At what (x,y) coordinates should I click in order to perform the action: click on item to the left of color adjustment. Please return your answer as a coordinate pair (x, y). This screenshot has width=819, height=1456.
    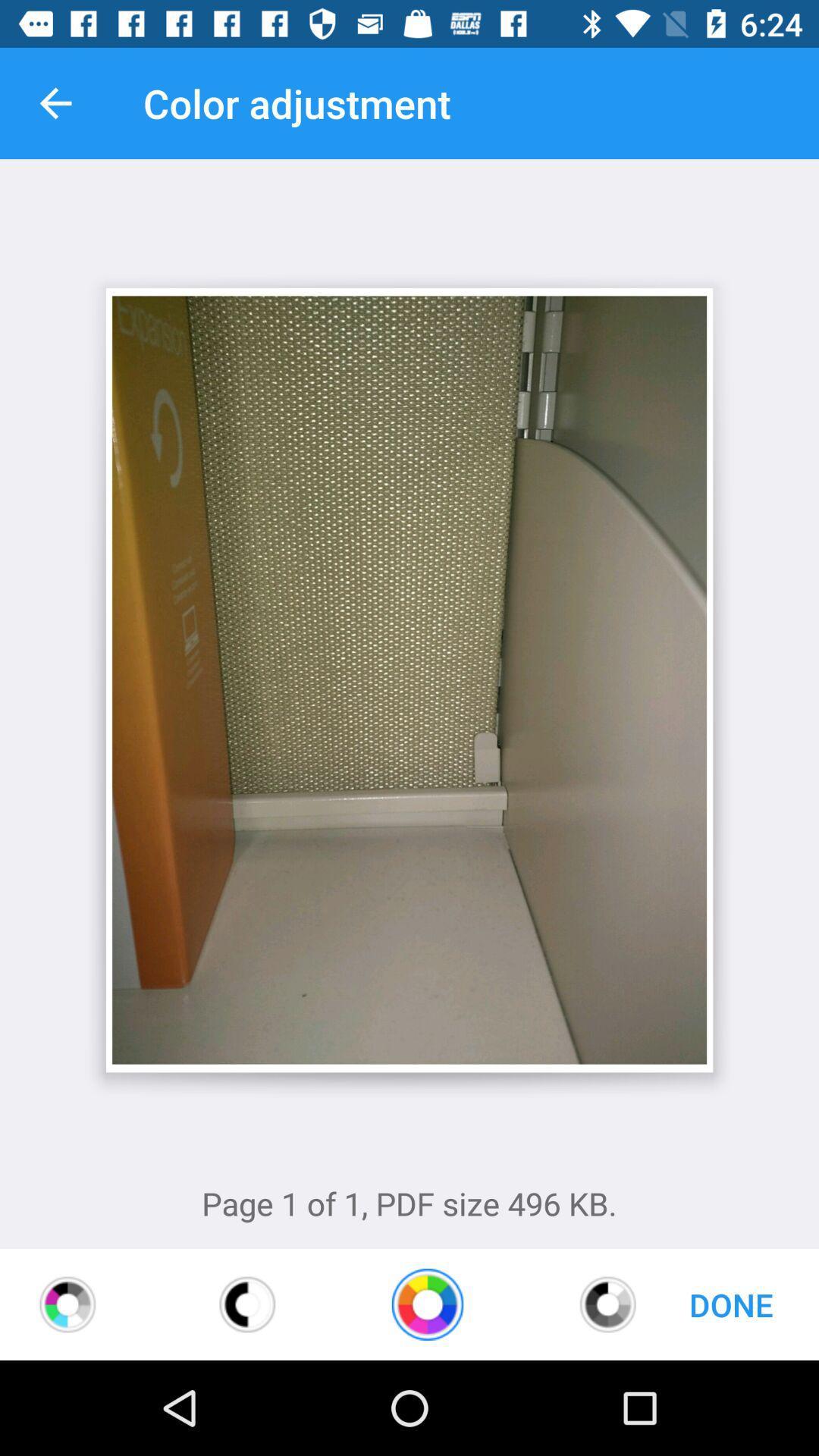
    Looking at the image, I should click on (55, 102).